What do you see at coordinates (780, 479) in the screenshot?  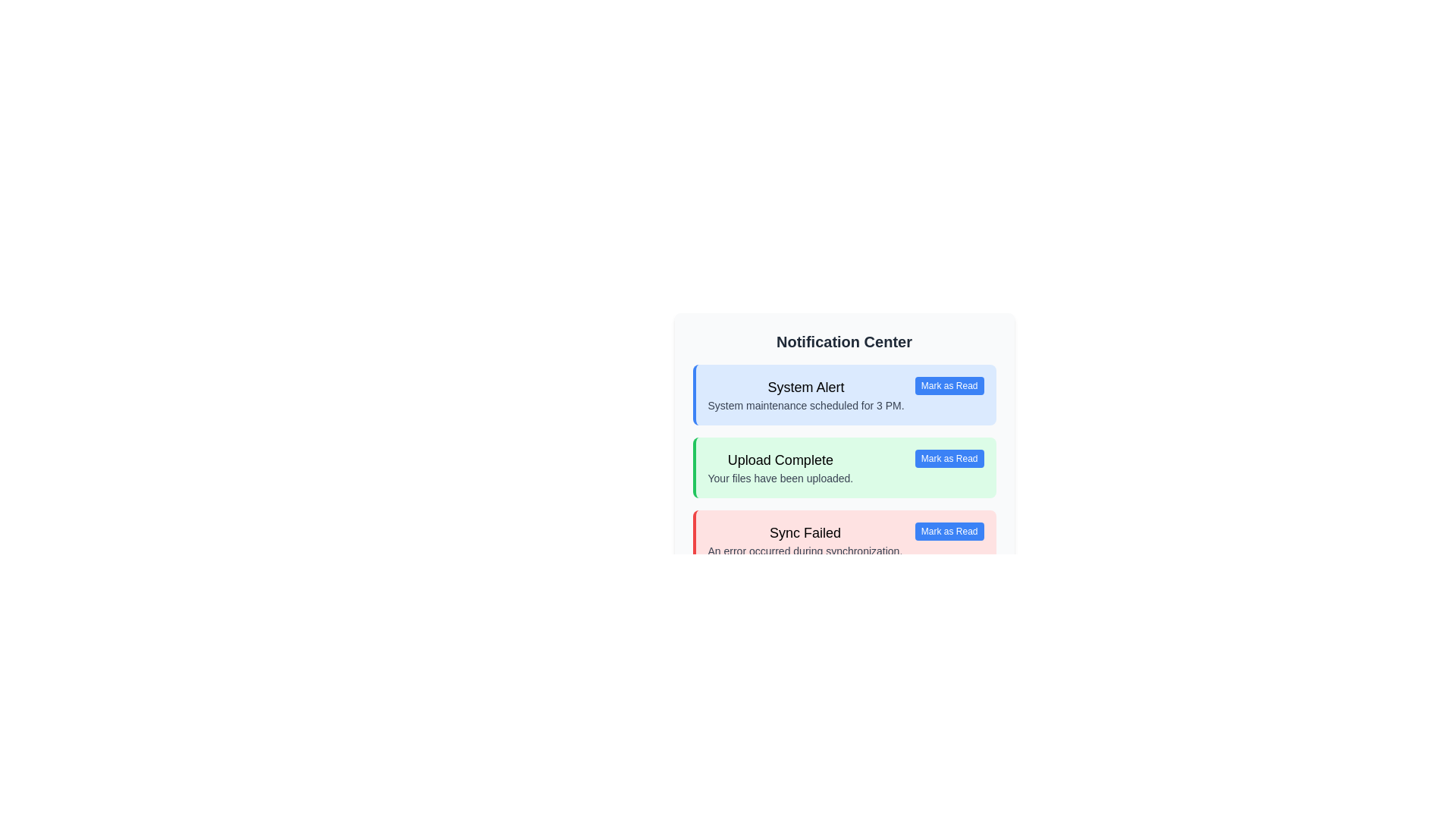 I see `informational message displayed as 'Your files have been uploaded.' located within the green-highlighted notification card below 'Upload Complete'` at bounding box center [780, 479].